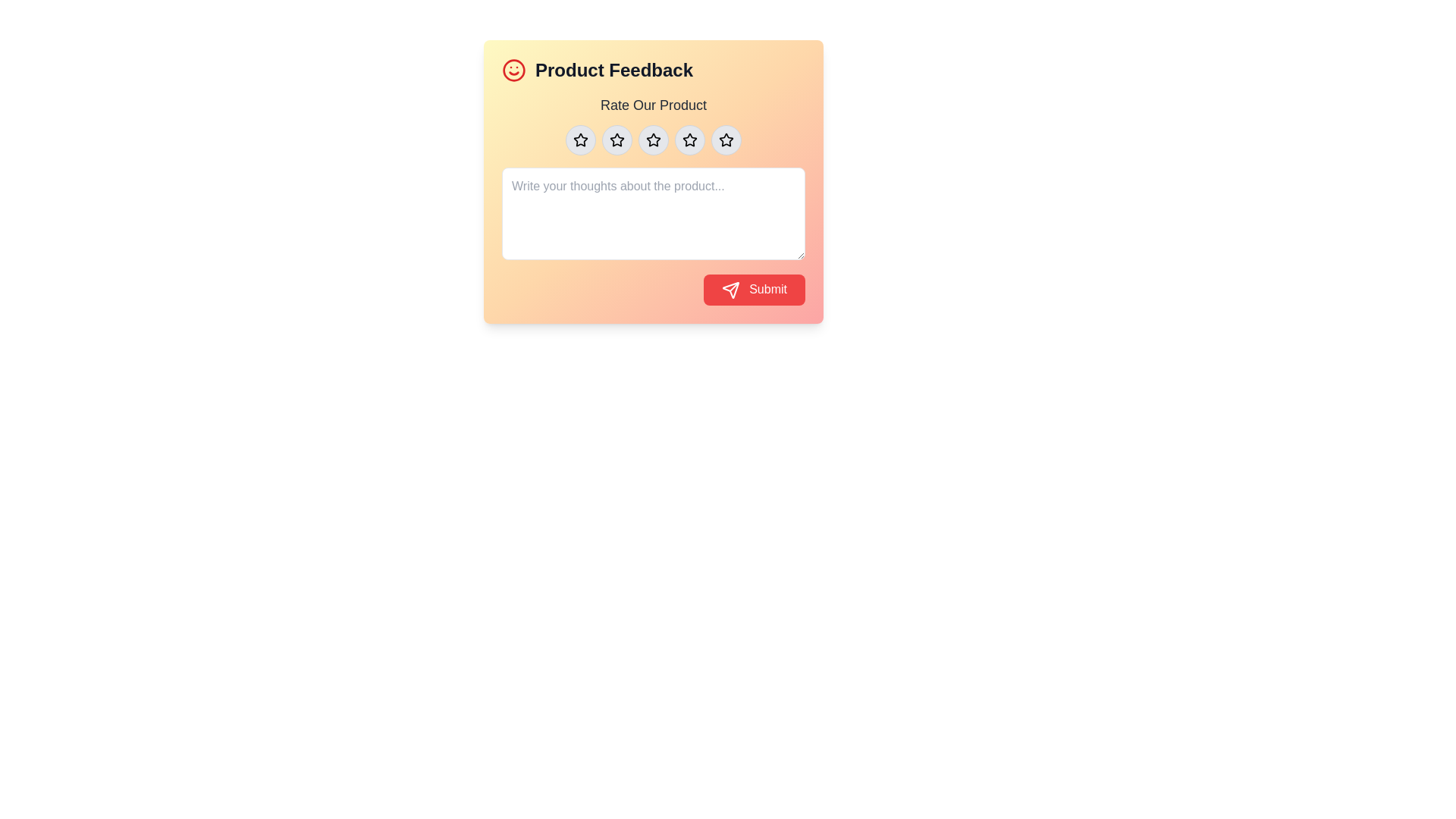  What do you see at coordinates (726, 140) in the screenshot?
I see `the fifth star-shaped icon in the interactive star rating section` at bounding box center [726, 140].